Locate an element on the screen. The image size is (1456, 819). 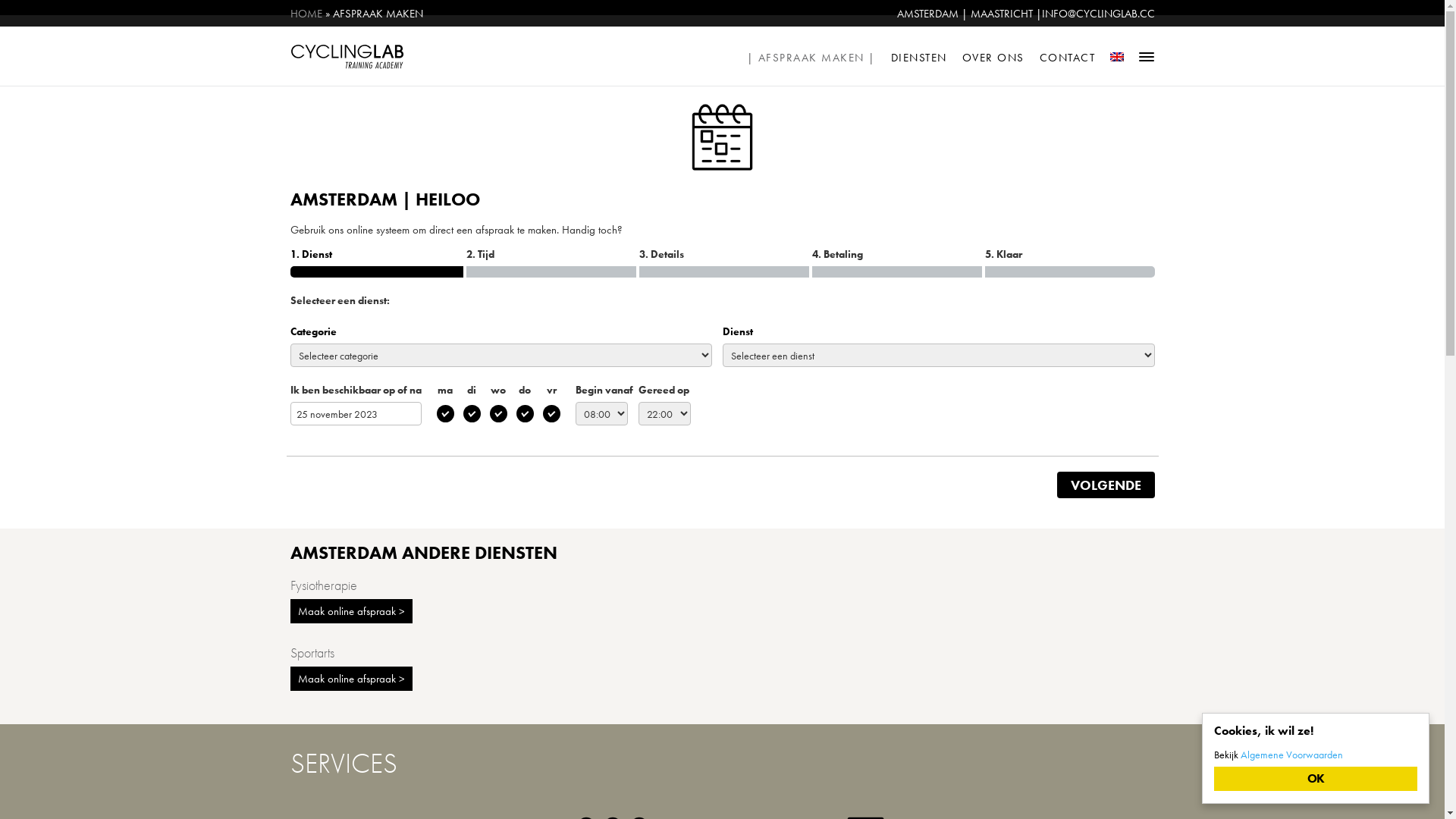
'OK' is located at coordinates (1314, 778).